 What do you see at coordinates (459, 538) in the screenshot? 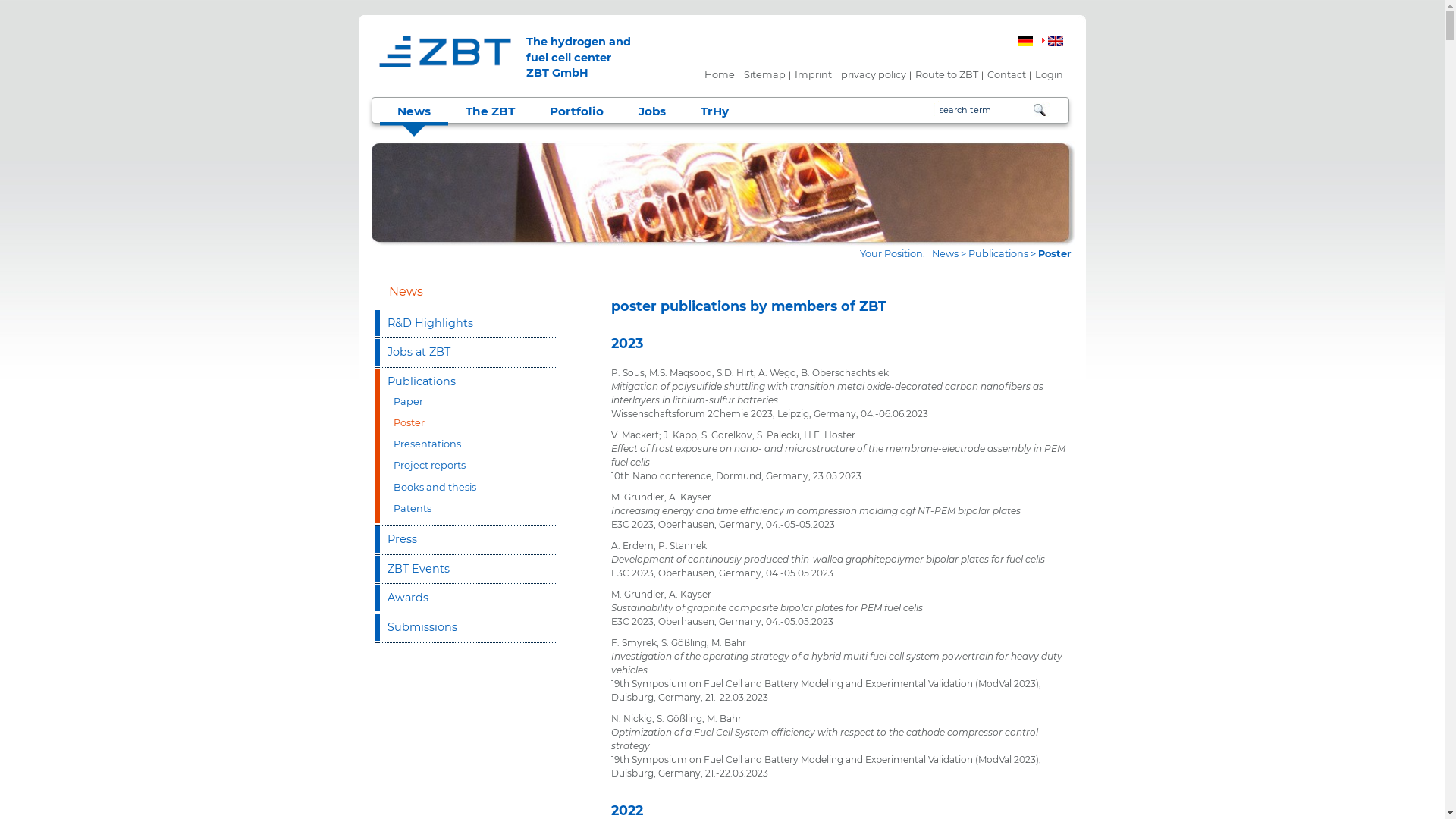
I see `'Press'` at bounding box center [459, 538].